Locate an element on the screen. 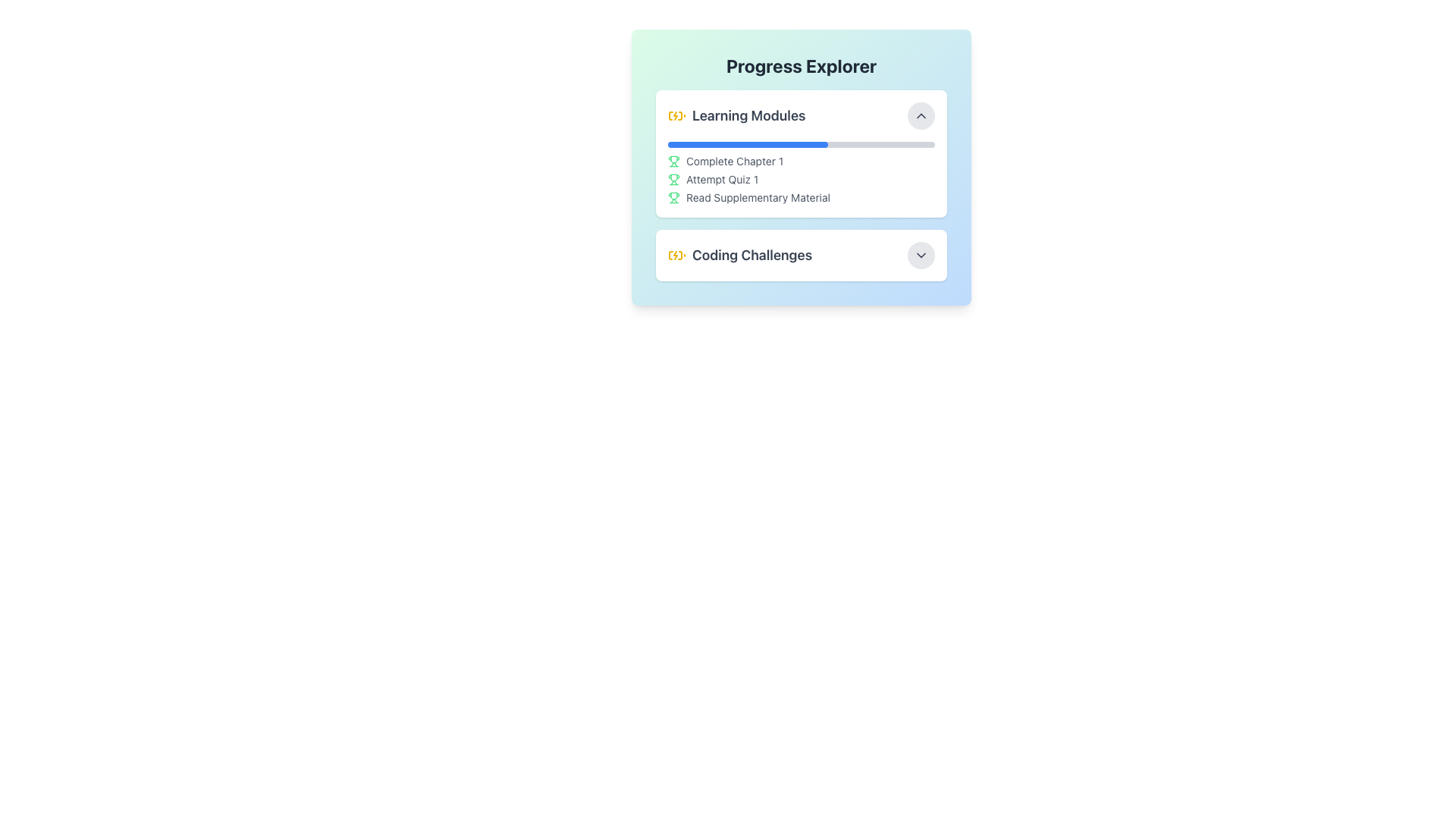 The image size is (1456, 819). the list of items with icons in the 'Learning Modules' section is located at coordinates (800, 172).